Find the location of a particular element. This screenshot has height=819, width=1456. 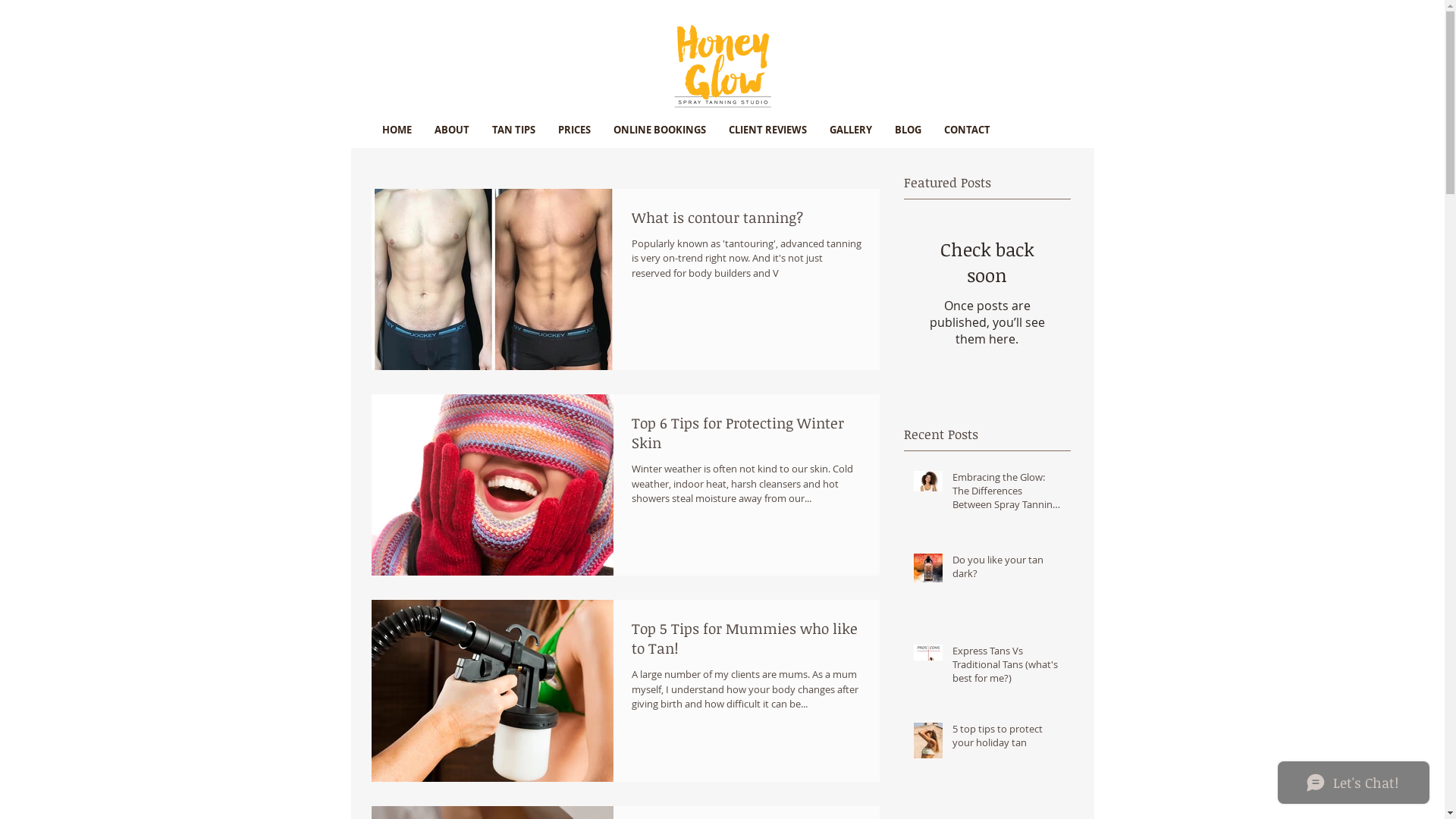

'BLOG' is located at coordinates (882, 129).